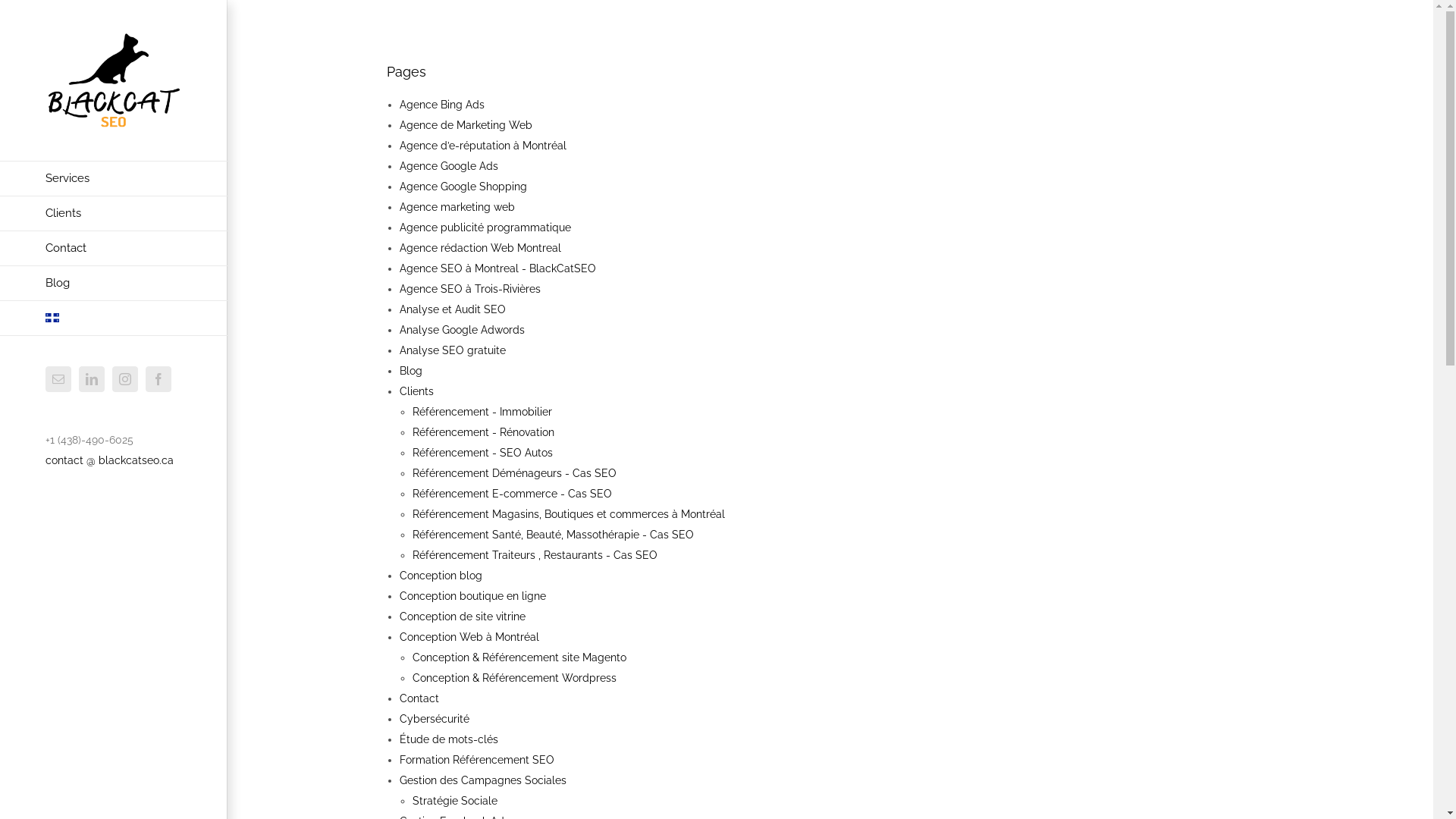 The height and width of the screenshot is (819, 1456). I want to click on 'Blog', so click(411, 371).